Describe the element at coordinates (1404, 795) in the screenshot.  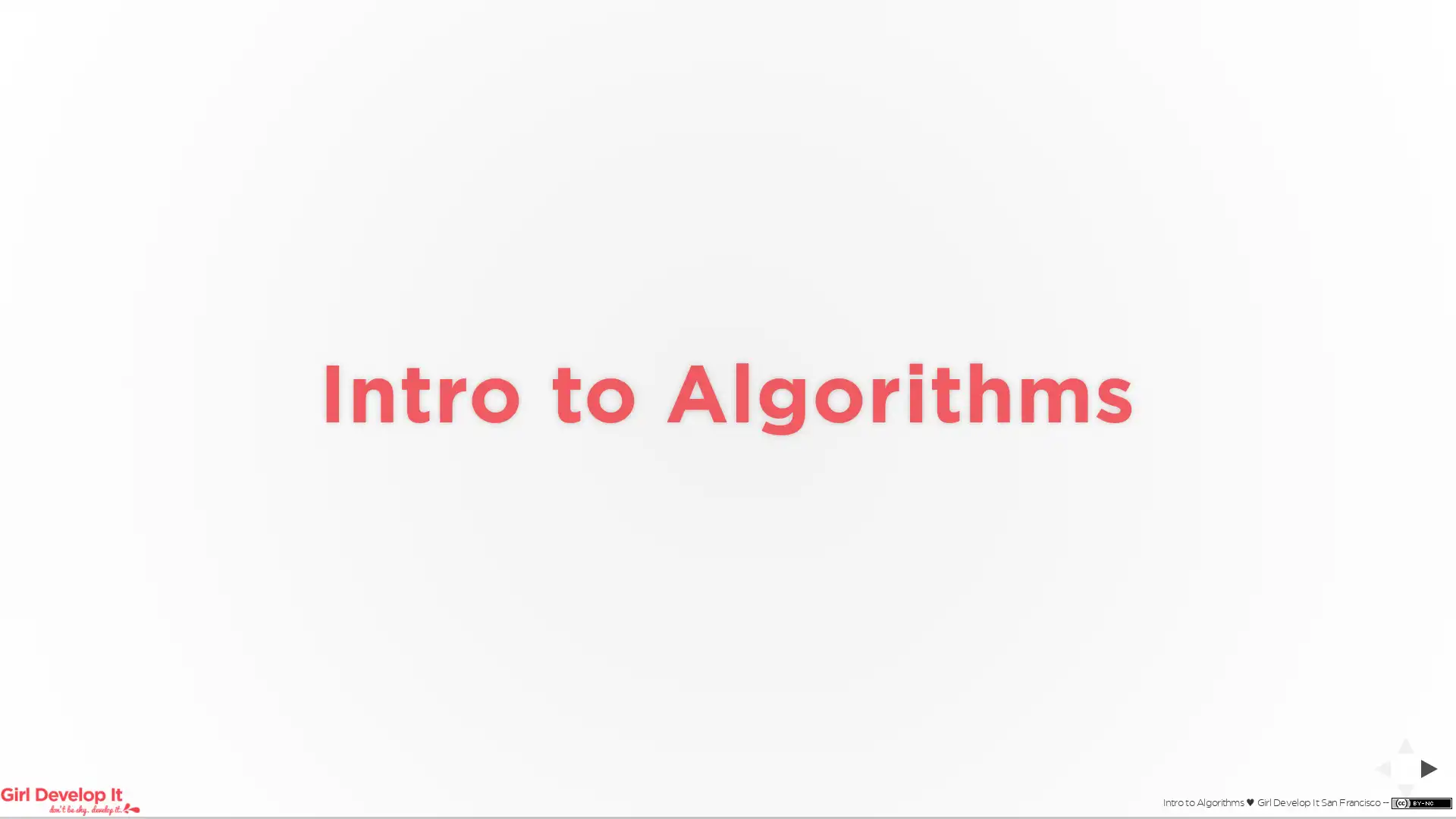
I see `below slide` at that location.